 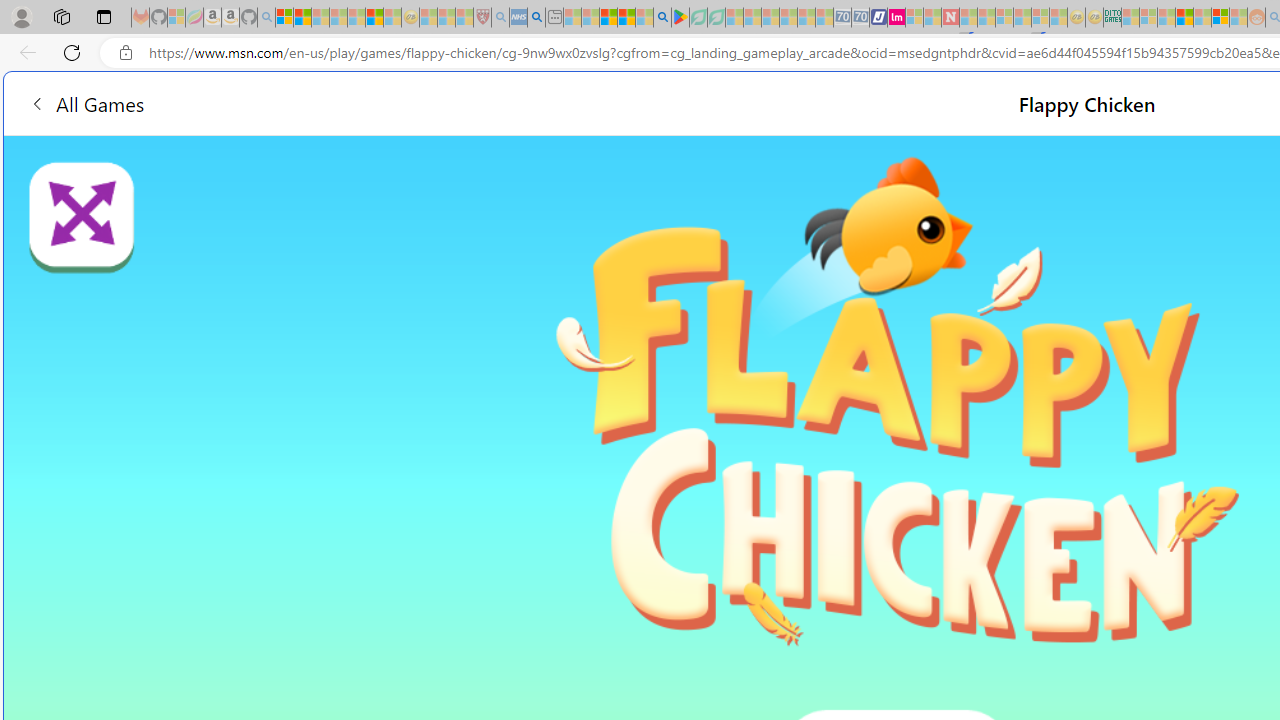 What do you see at coordinates (625, 17) in the screenshot?
I see `'Pets - MSN'` at bounding box center [625, 17].